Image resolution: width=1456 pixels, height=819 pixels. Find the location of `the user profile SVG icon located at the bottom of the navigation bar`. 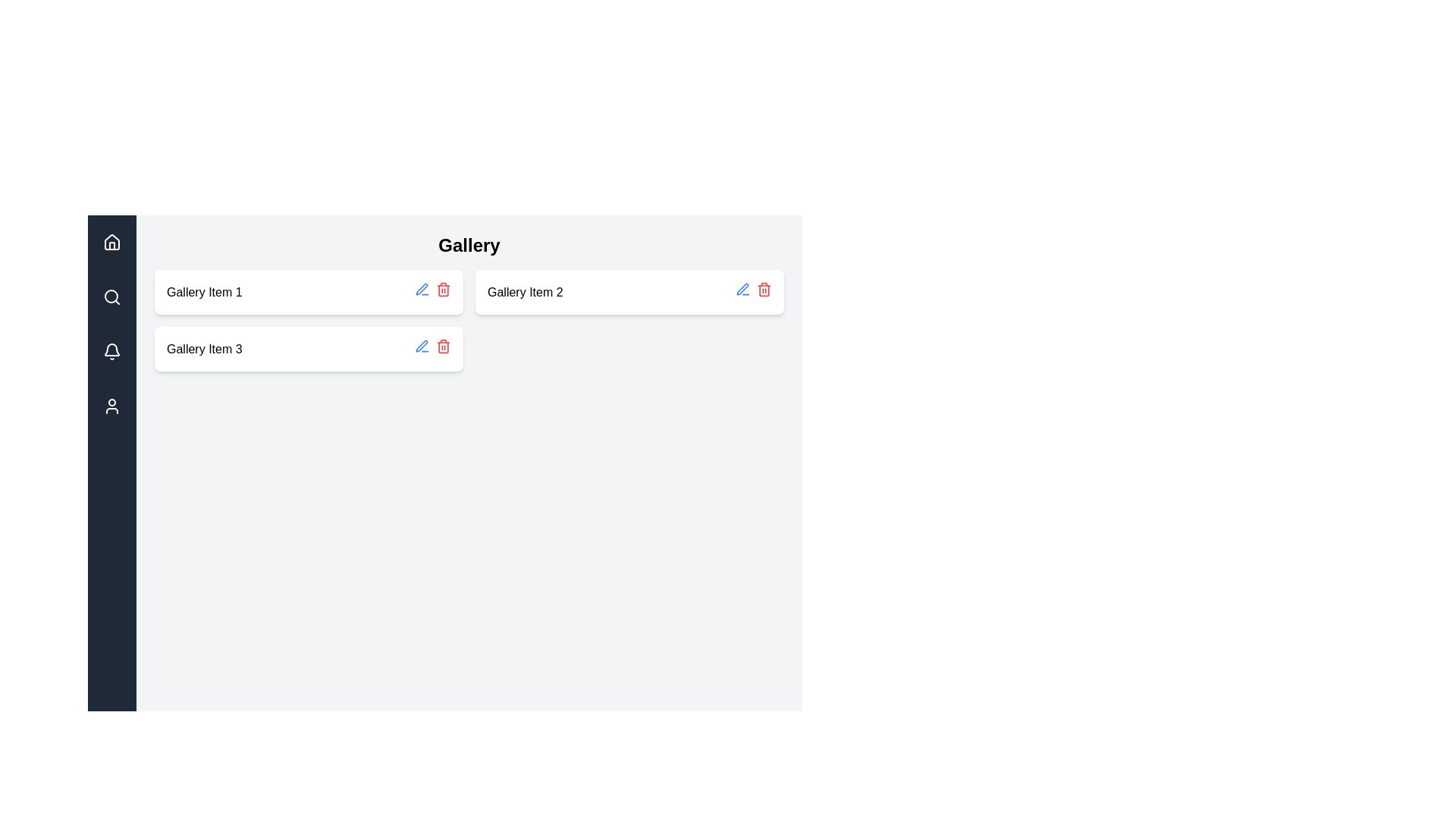

the user profile SVG icon located at the bottom of the navigation bar is located at coordinates (111, 406).